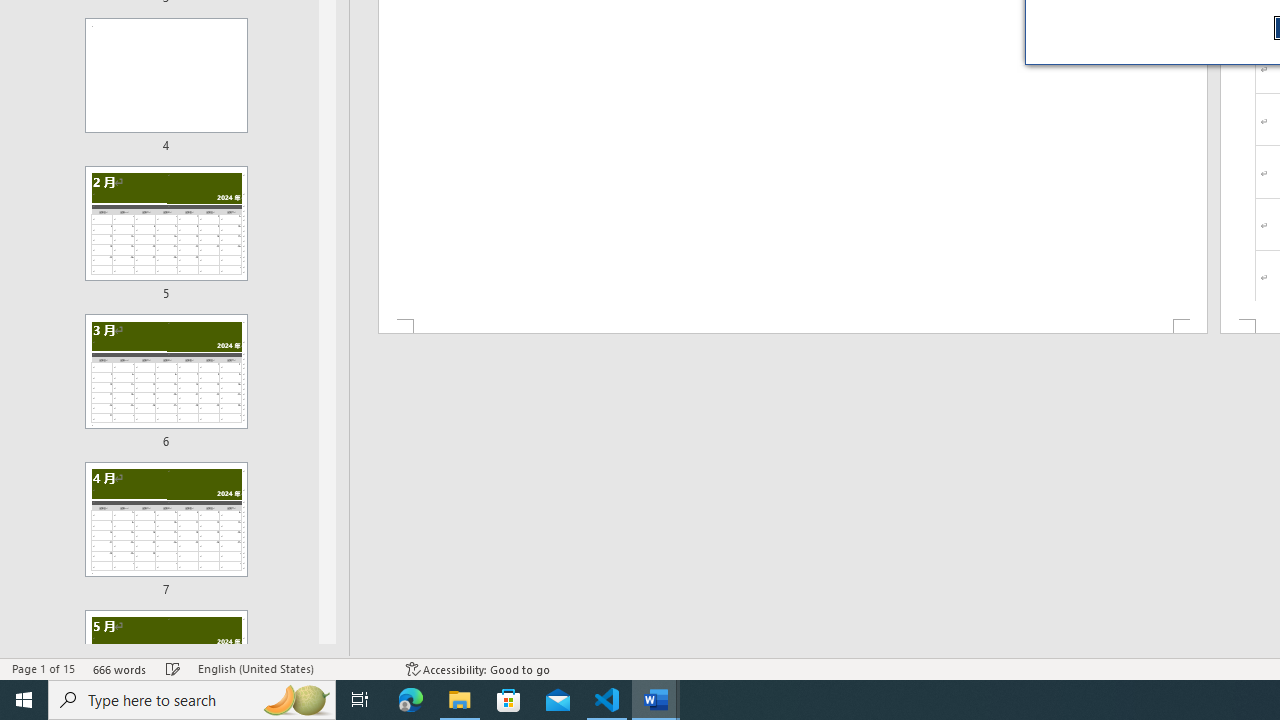 The height and width of the screenshot is (720, 1280). I want to click on 'Word - 2 running windows', so click(656, 698).